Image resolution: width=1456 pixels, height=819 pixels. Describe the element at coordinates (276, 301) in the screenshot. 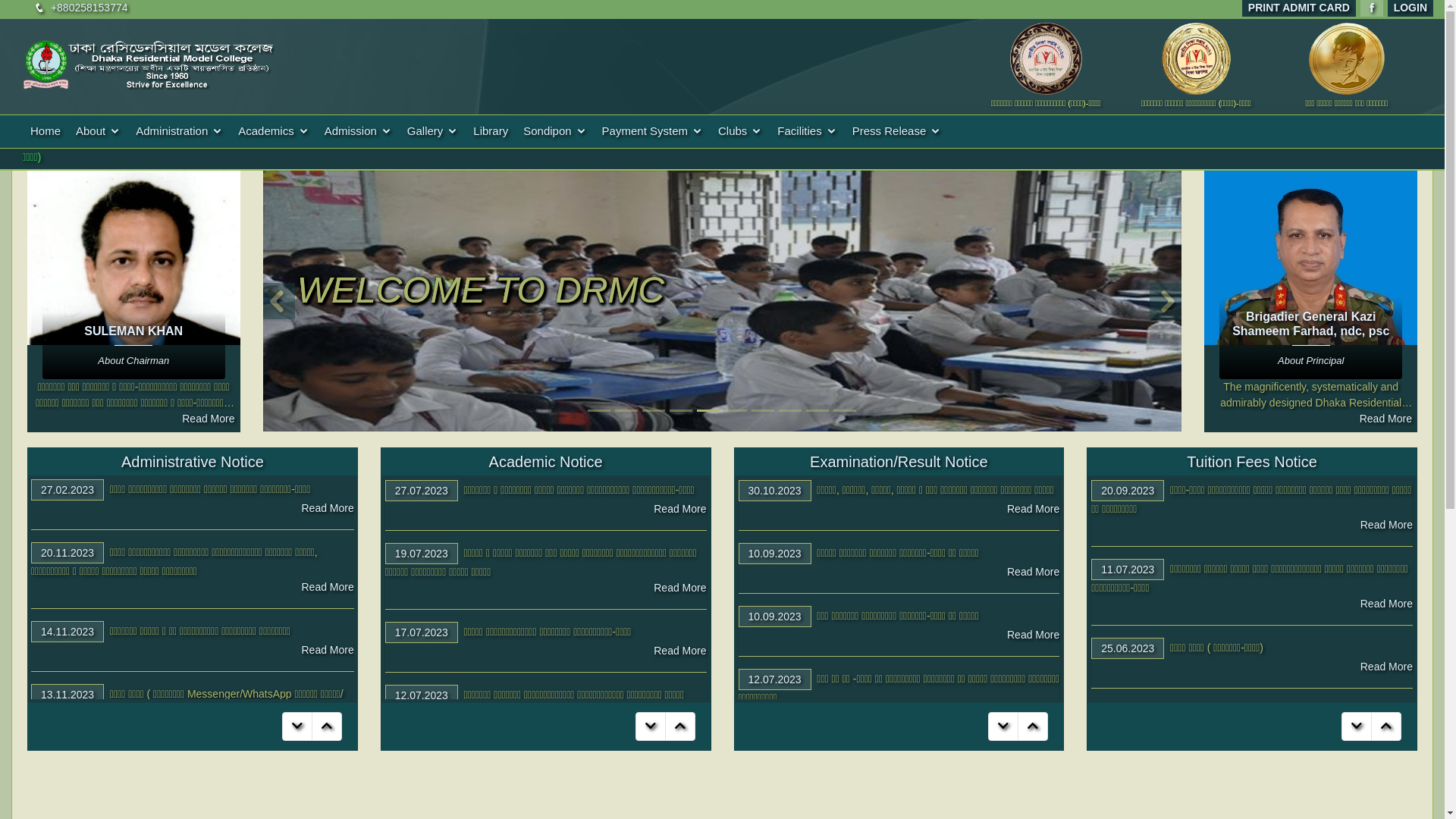

I see `'Previous'` at that location.